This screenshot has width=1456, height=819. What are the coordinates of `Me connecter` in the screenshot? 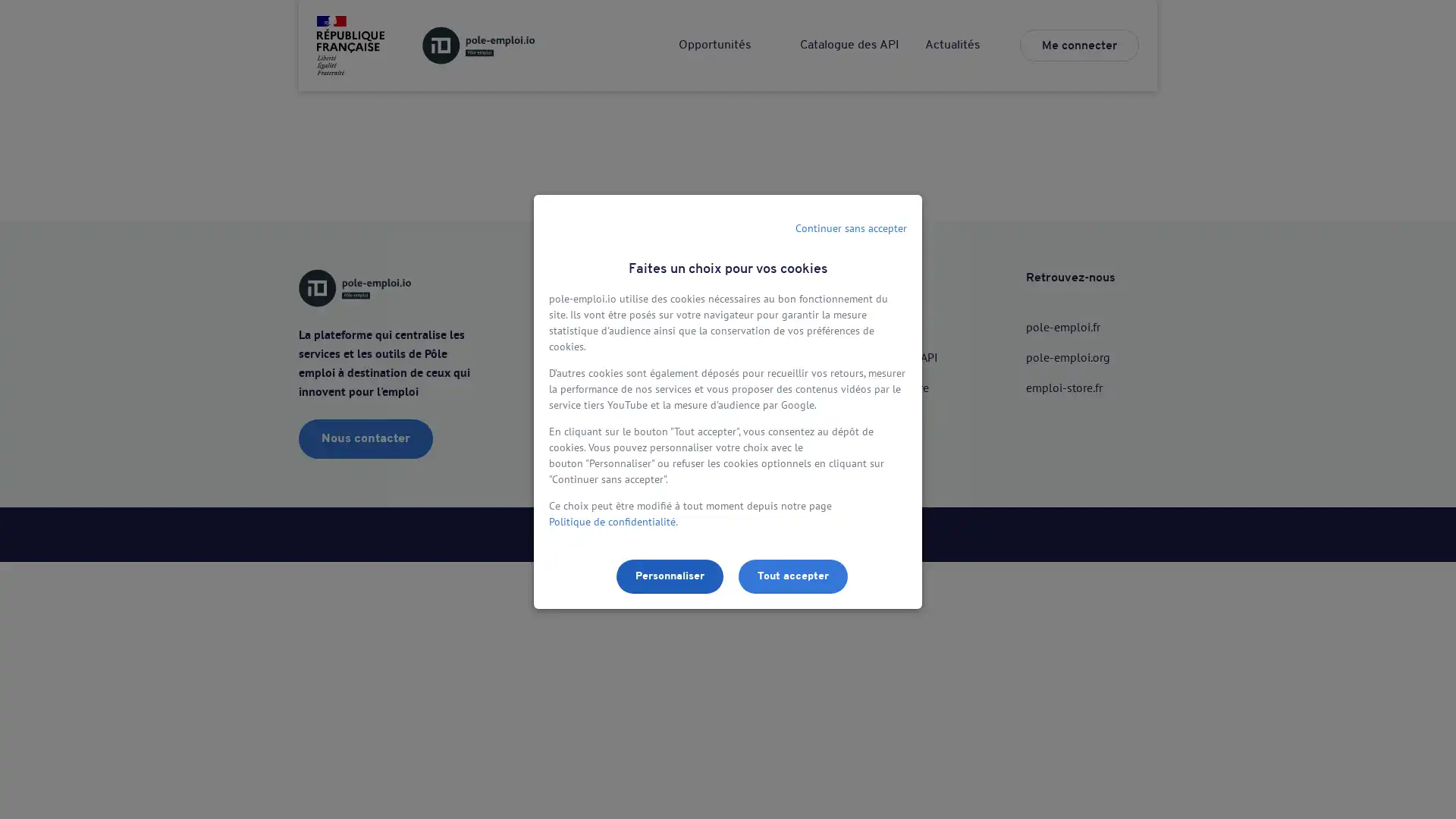 It's located at (1078, 45).